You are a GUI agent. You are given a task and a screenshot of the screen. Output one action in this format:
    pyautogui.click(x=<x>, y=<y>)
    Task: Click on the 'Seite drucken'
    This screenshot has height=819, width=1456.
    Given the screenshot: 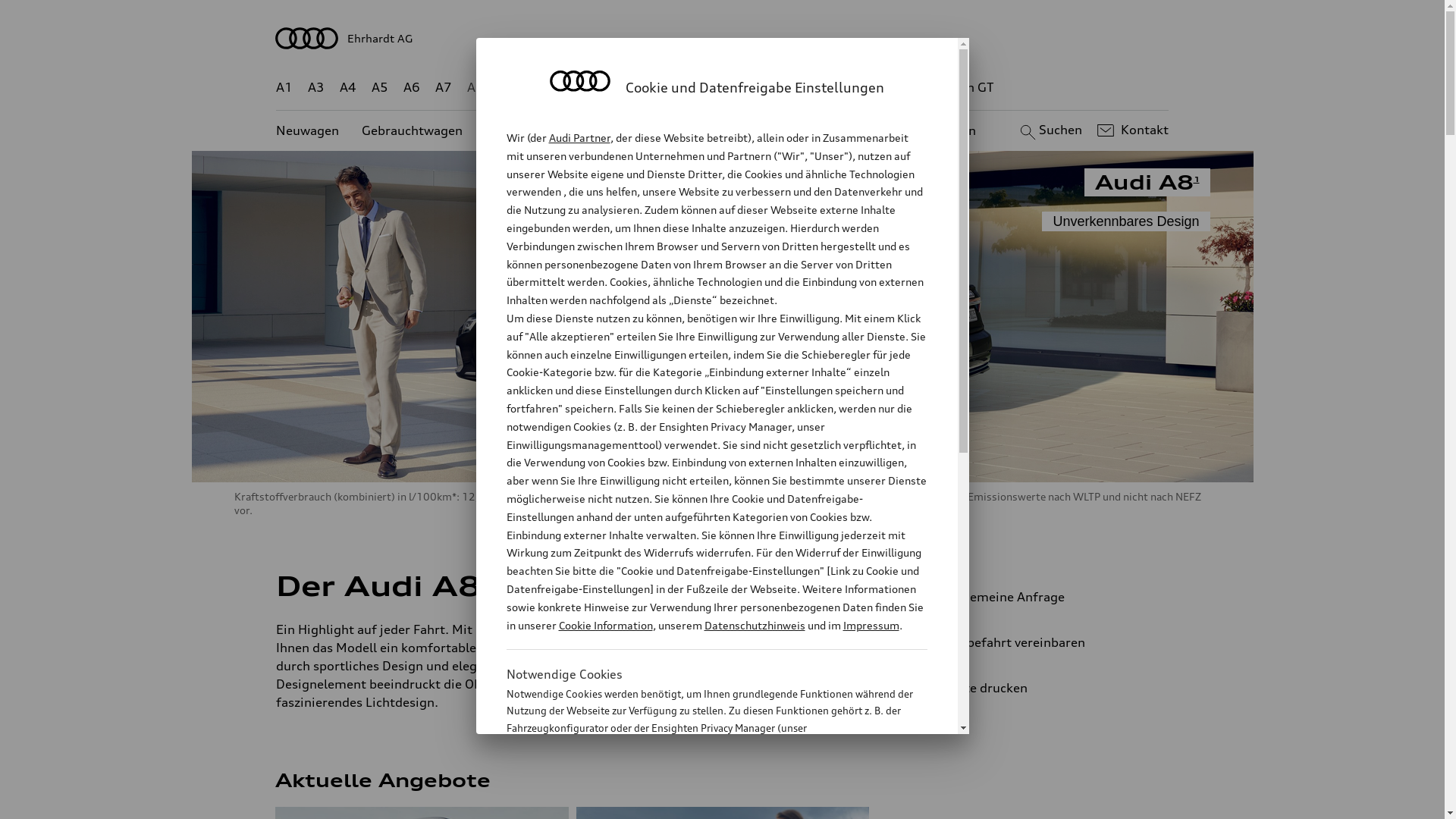 What is the action you would take?
    pyautogui.click(x=920, y=687)
    